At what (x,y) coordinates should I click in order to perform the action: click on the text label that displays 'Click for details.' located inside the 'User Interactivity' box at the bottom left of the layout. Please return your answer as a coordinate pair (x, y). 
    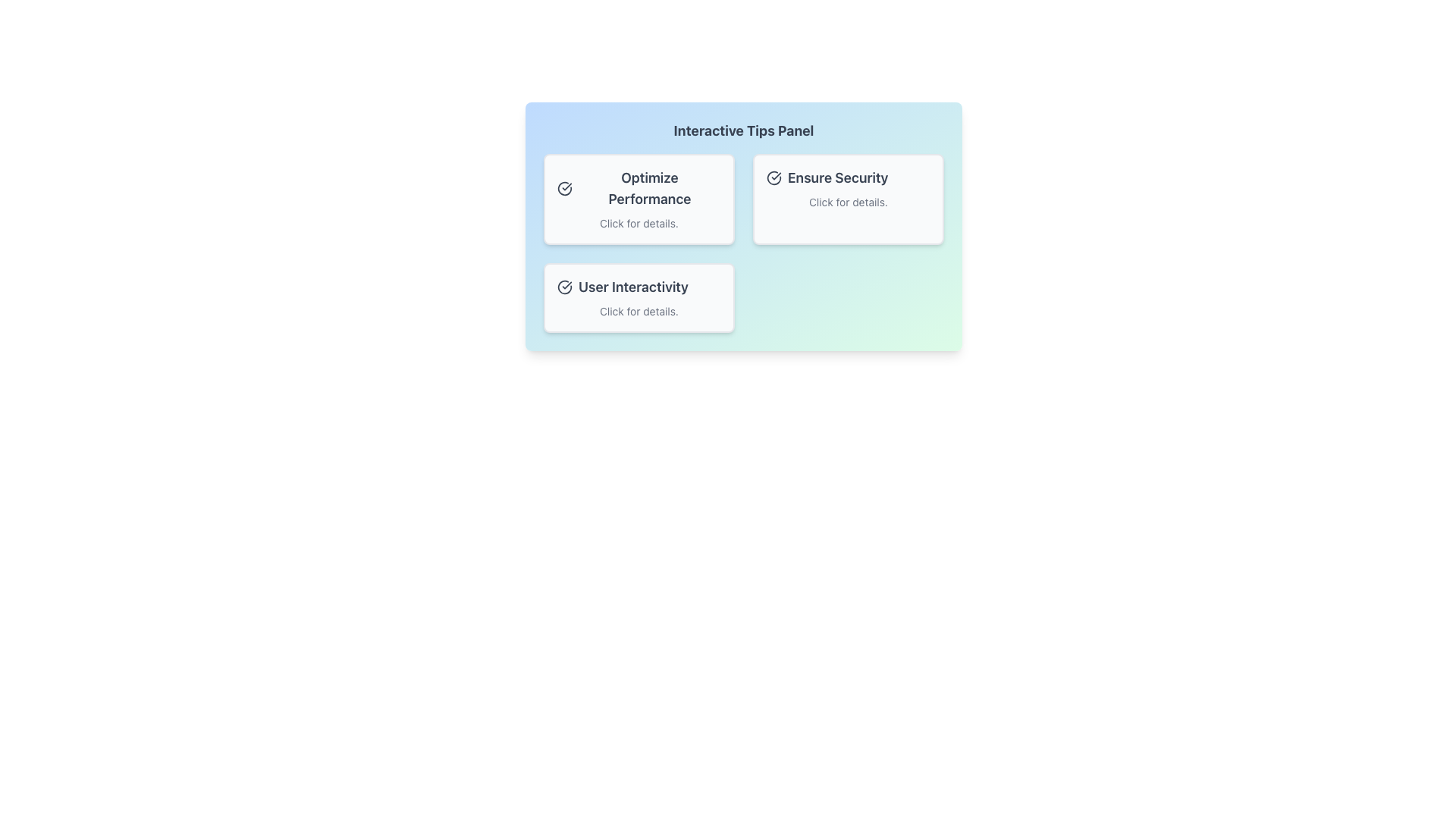
    Looking at the image, I should click on (639, 311).